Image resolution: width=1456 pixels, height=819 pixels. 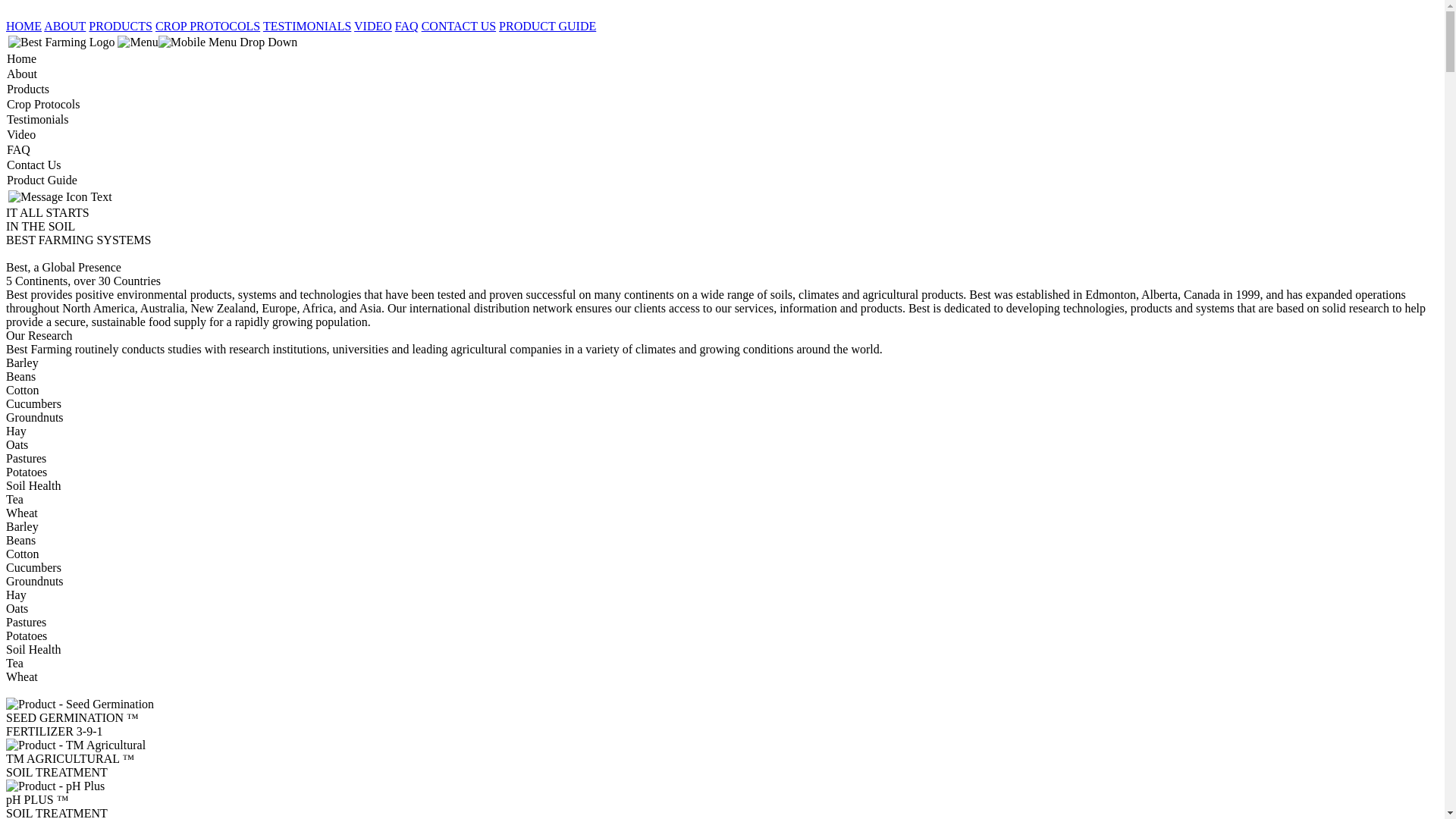 What do you see at coordinates (262, 26) in the screenshot?
I see `'TESTIMONIALS'` at bounding box center [262, 26].